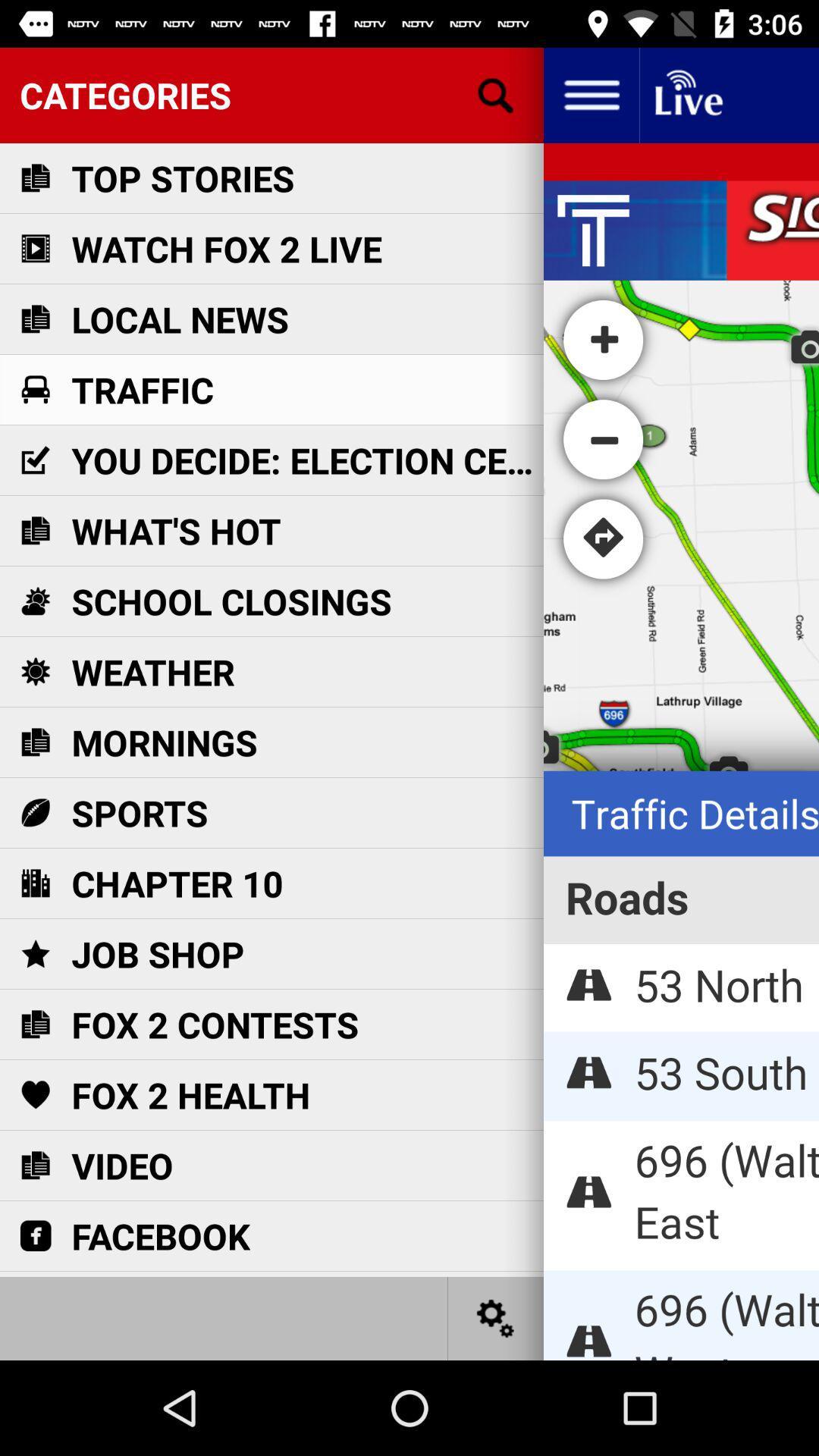  Describe the element at coordinates (590, 94) in the screenshot. I see `menu icon` at that location.